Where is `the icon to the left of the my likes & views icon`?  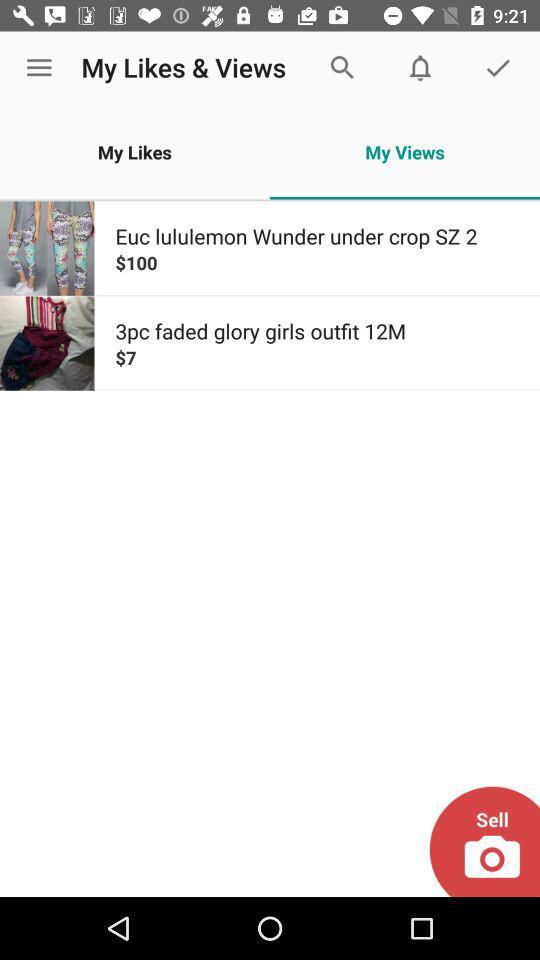 the icon to the left of the my likes & views icon is located at coordinates (39, 68).